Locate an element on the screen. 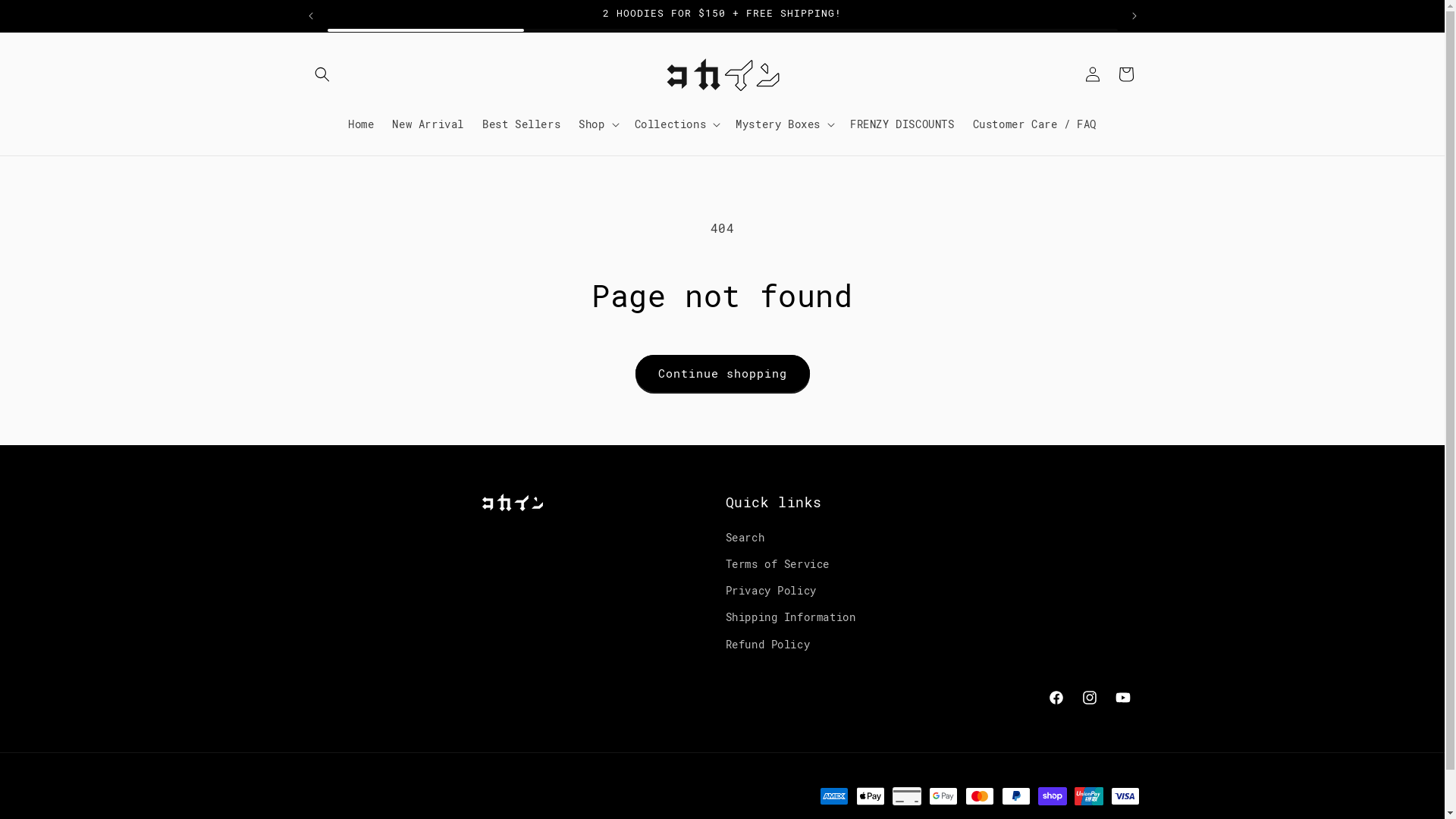 The image size is (1456, 819). 'Home' is located at coordinates (337, 122).